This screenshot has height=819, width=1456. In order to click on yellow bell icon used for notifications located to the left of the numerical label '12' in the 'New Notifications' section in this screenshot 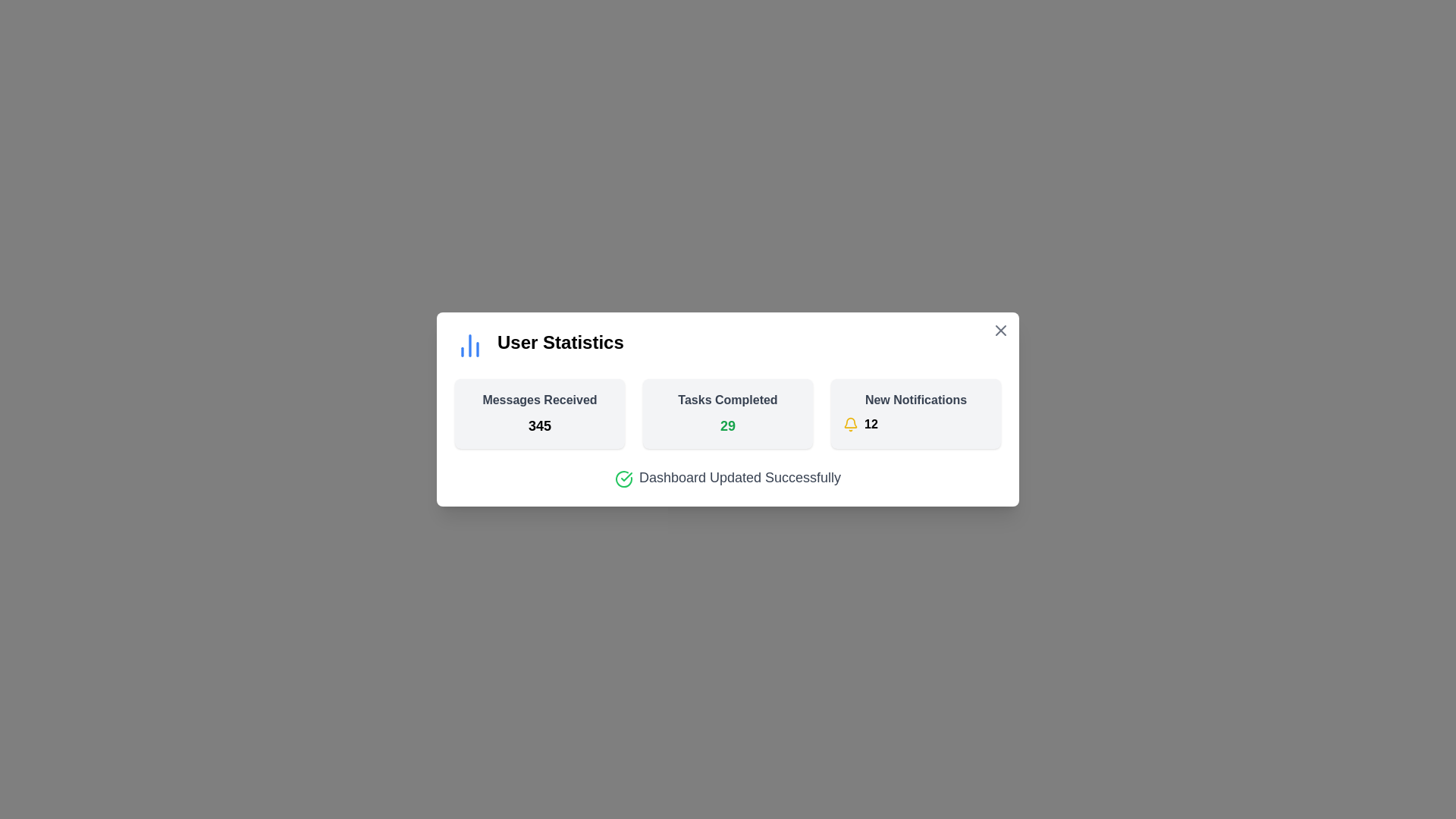, I will do `click(851, 424)`.